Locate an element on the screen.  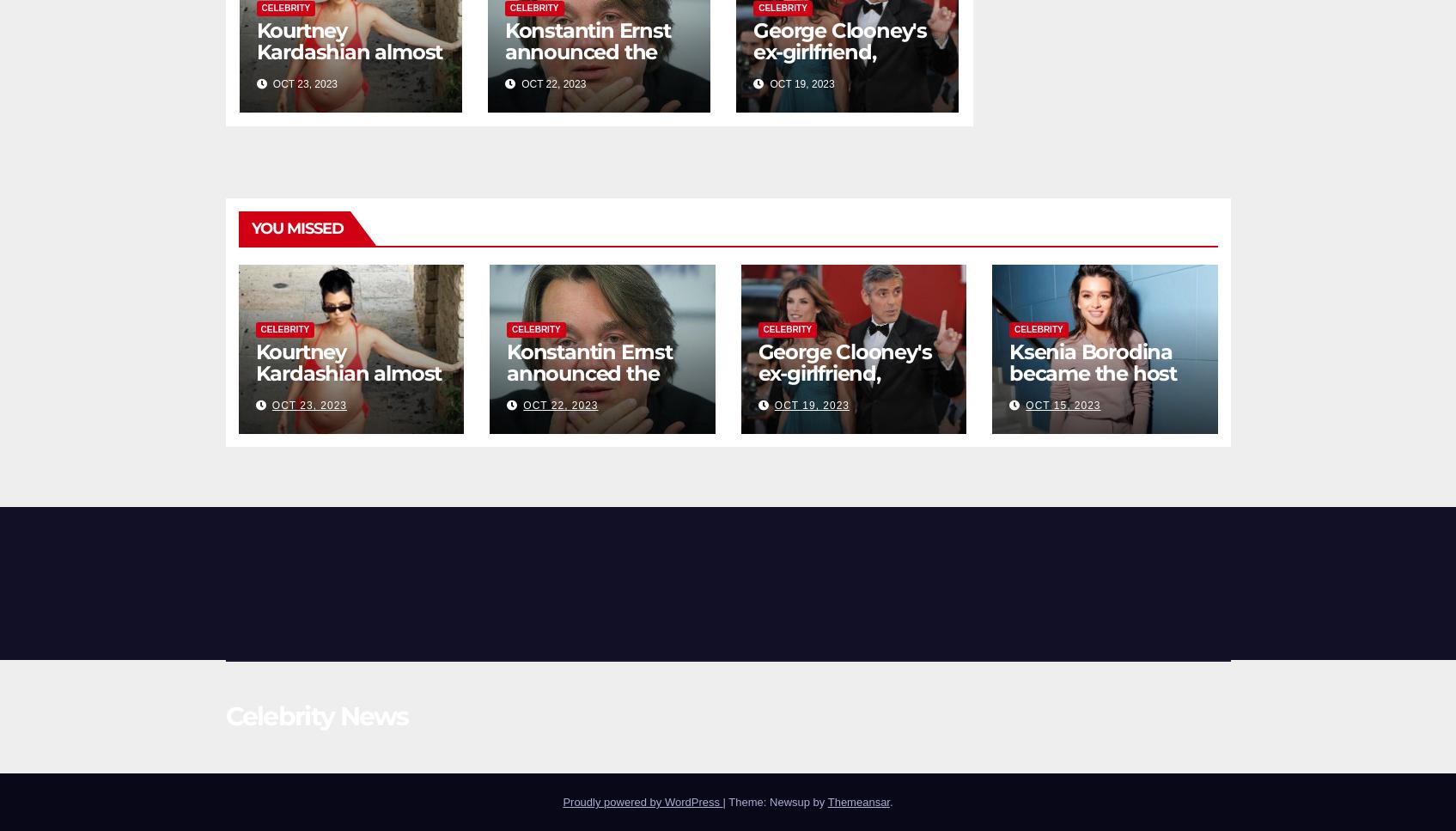
'Themeansar' is located at coordinates (857, 801).